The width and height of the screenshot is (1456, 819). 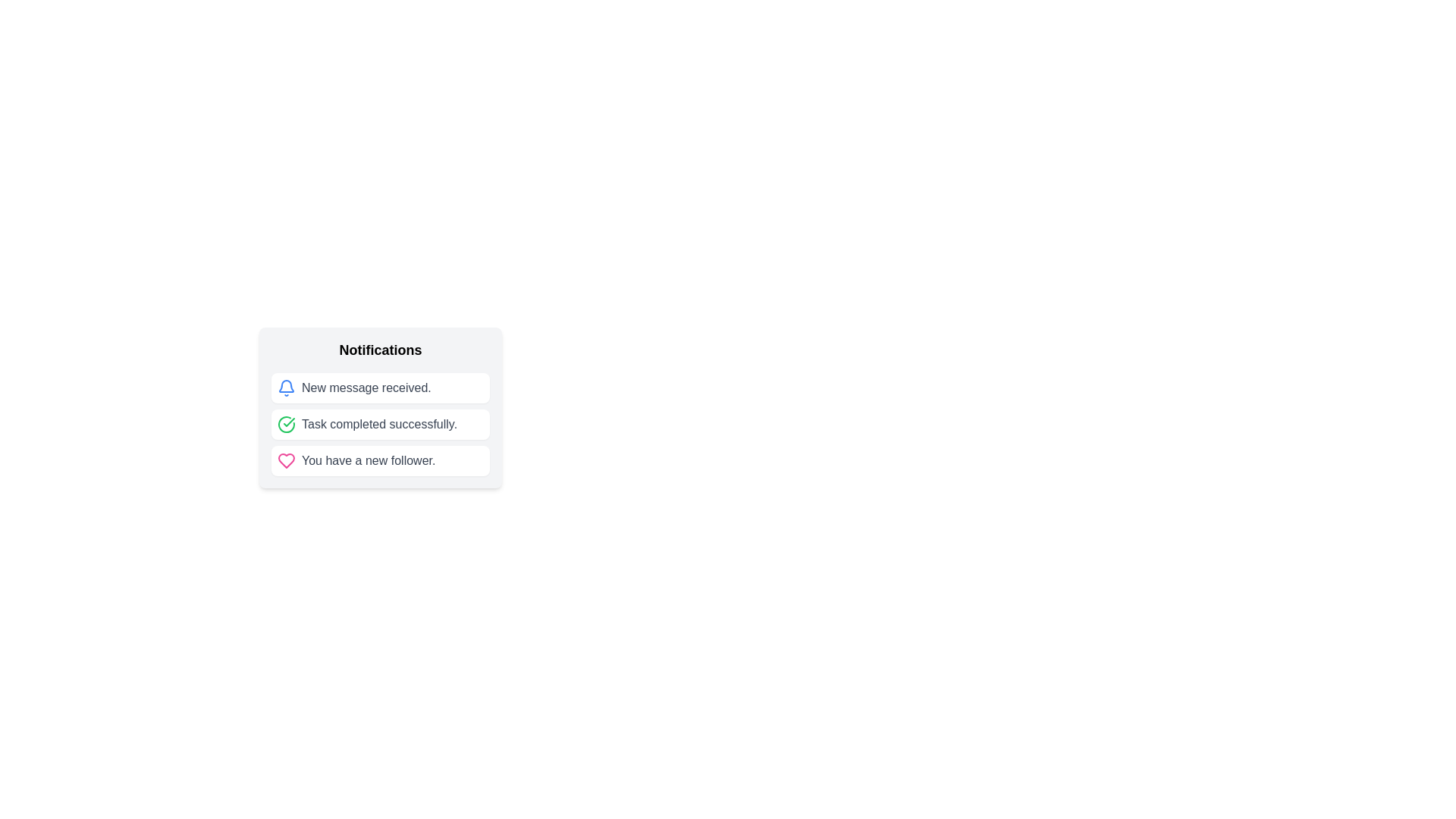 What do you see at coordinates (287, 424) in the screenshot?
I see `the success completion icon located in the middle notification box, adjacent to the text 'Task completed successfully'` at bounding box center [287, 424].